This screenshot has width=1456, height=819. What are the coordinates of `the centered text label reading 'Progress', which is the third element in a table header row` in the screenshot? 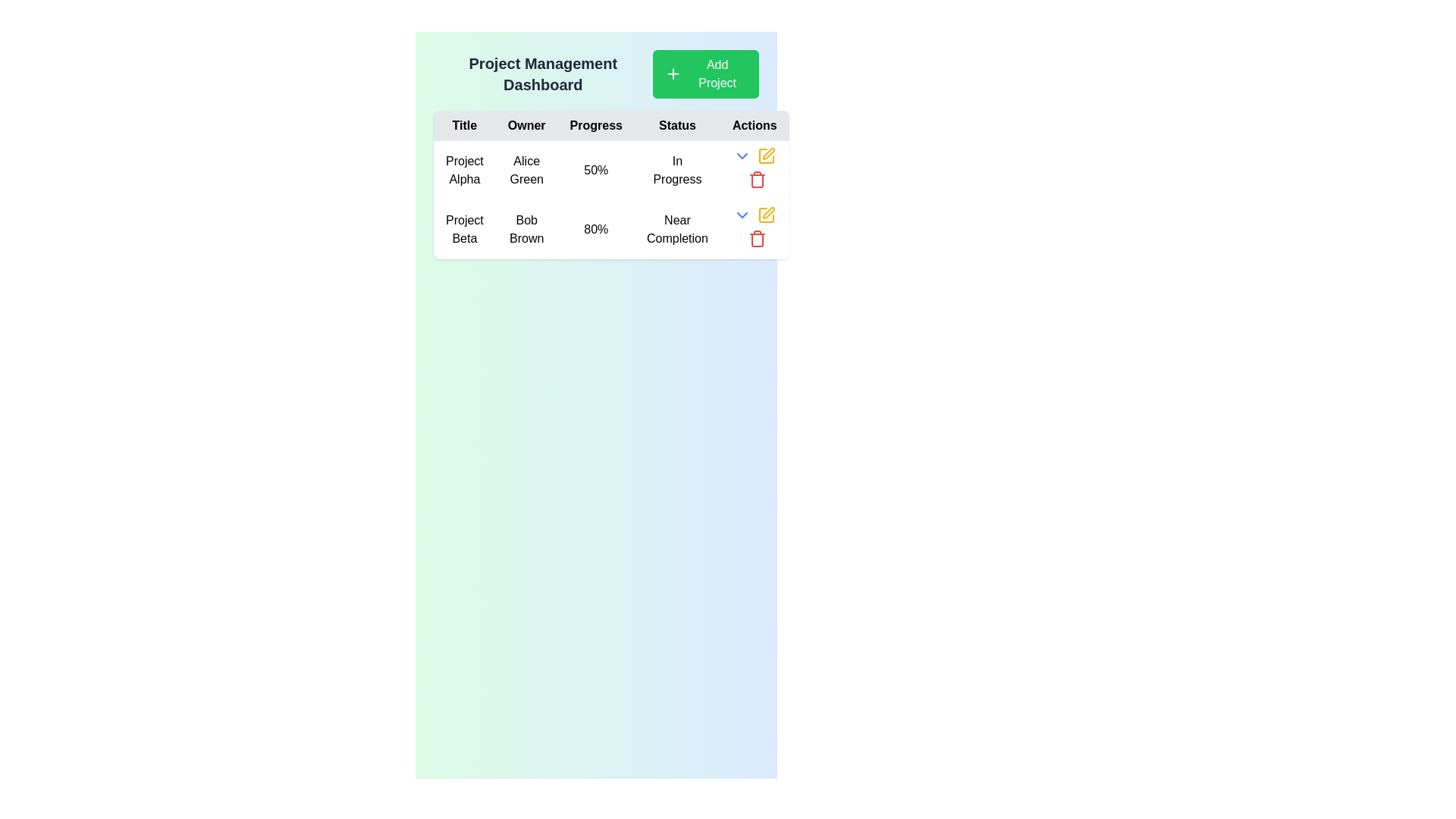 It's located at (595, 124).